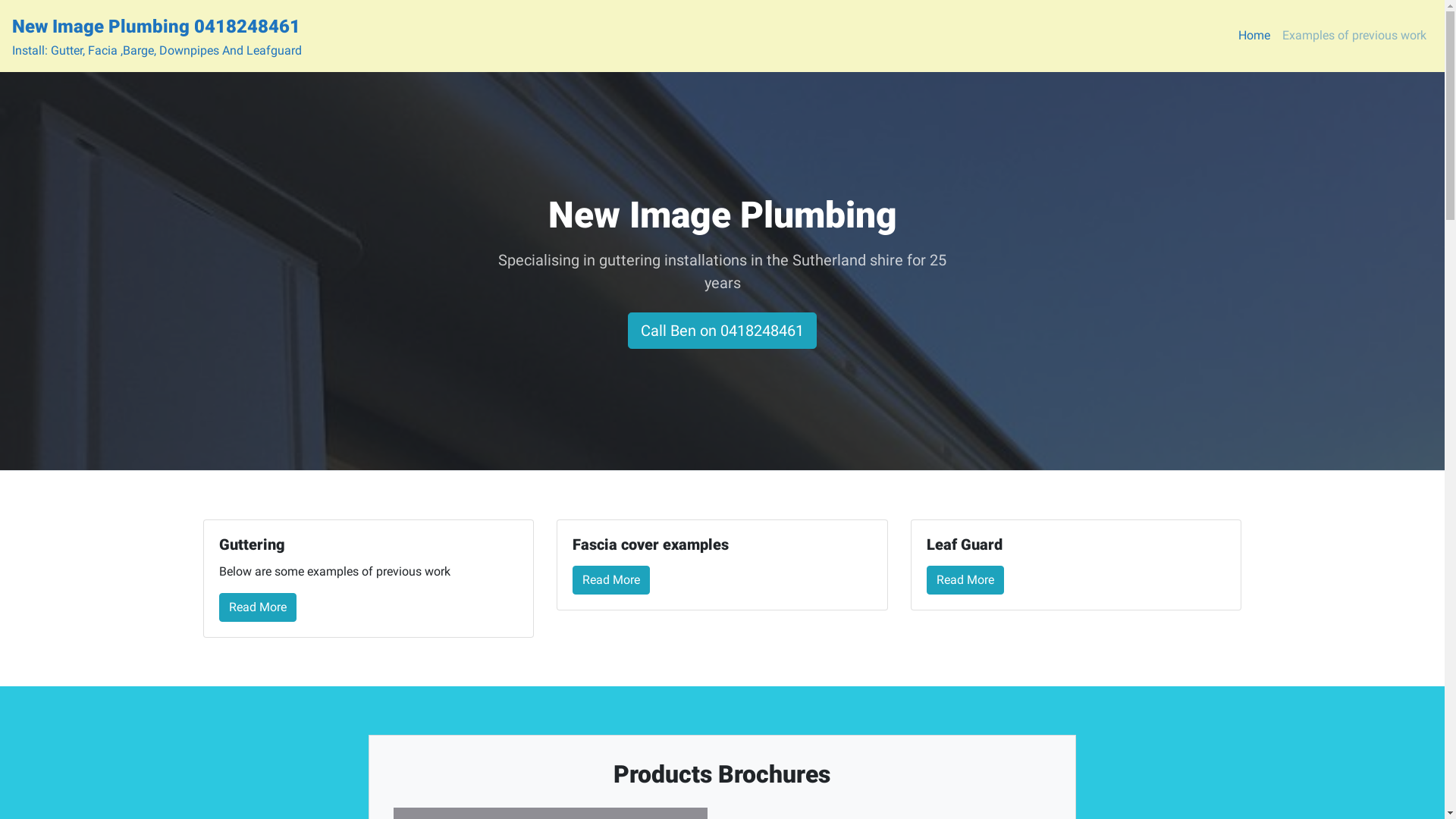  Describe the element at coordinates (257, 607) in the screenshot. I see `'Read More'` at that location.